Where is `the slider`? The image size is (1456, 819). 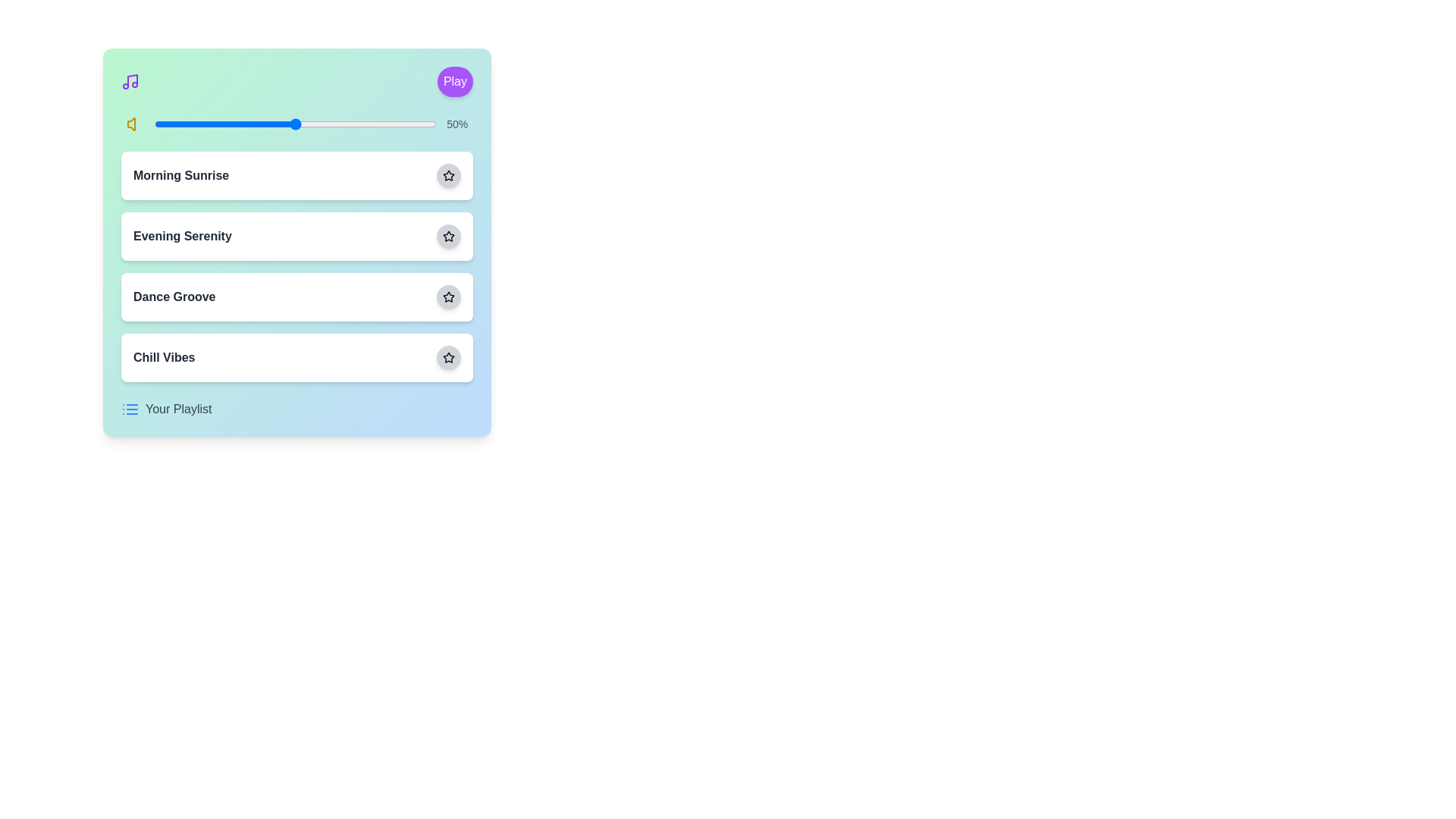
the slider is located at coordinates (221, 124).